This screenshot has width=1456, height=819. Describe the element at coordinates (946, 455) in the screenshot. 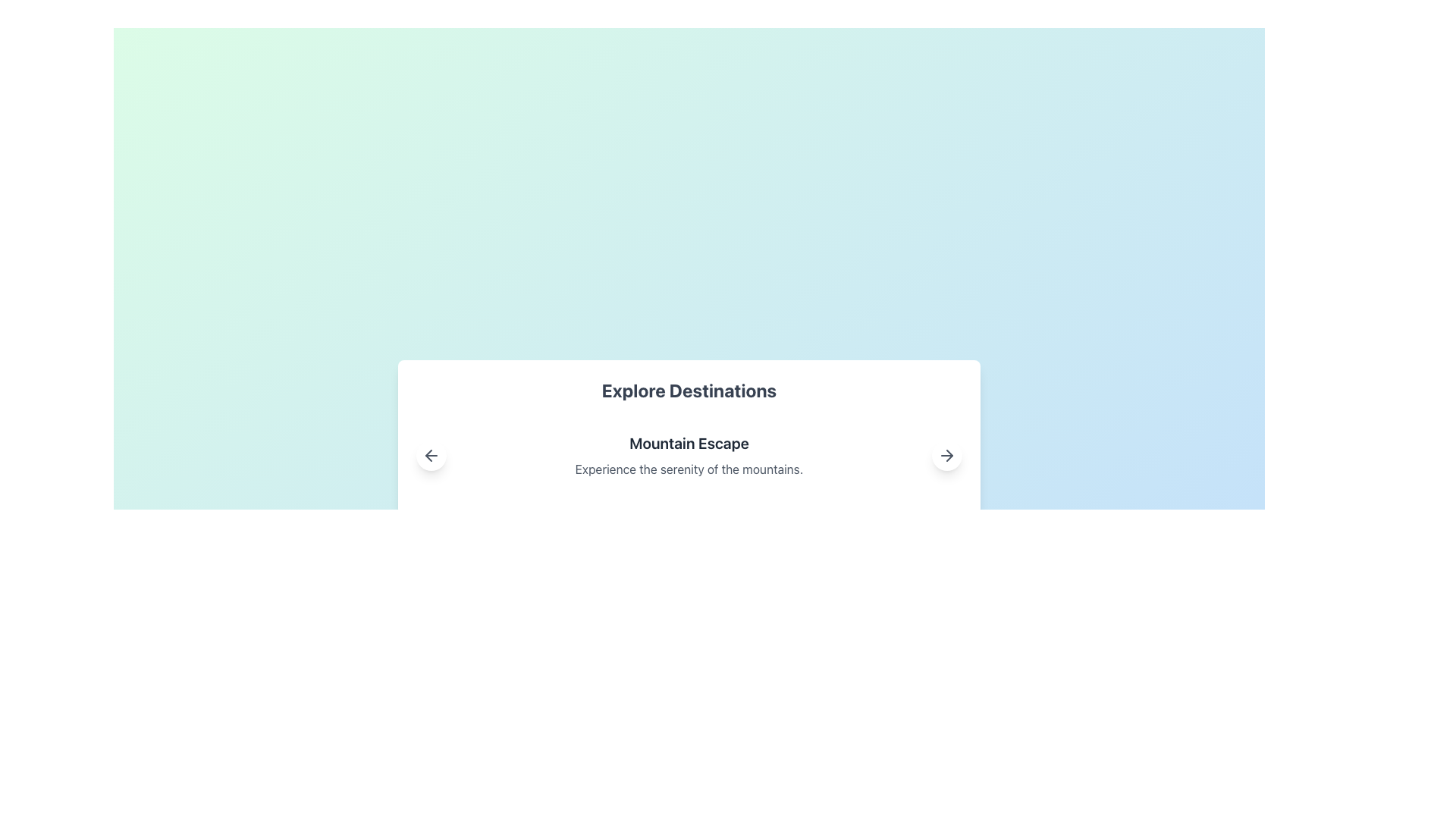

I see `the circular button with a white background and gray border, featuring a right-pointing arrow icon, located at the bottom-right corner of the 'Mountain Escape' card` at that location.